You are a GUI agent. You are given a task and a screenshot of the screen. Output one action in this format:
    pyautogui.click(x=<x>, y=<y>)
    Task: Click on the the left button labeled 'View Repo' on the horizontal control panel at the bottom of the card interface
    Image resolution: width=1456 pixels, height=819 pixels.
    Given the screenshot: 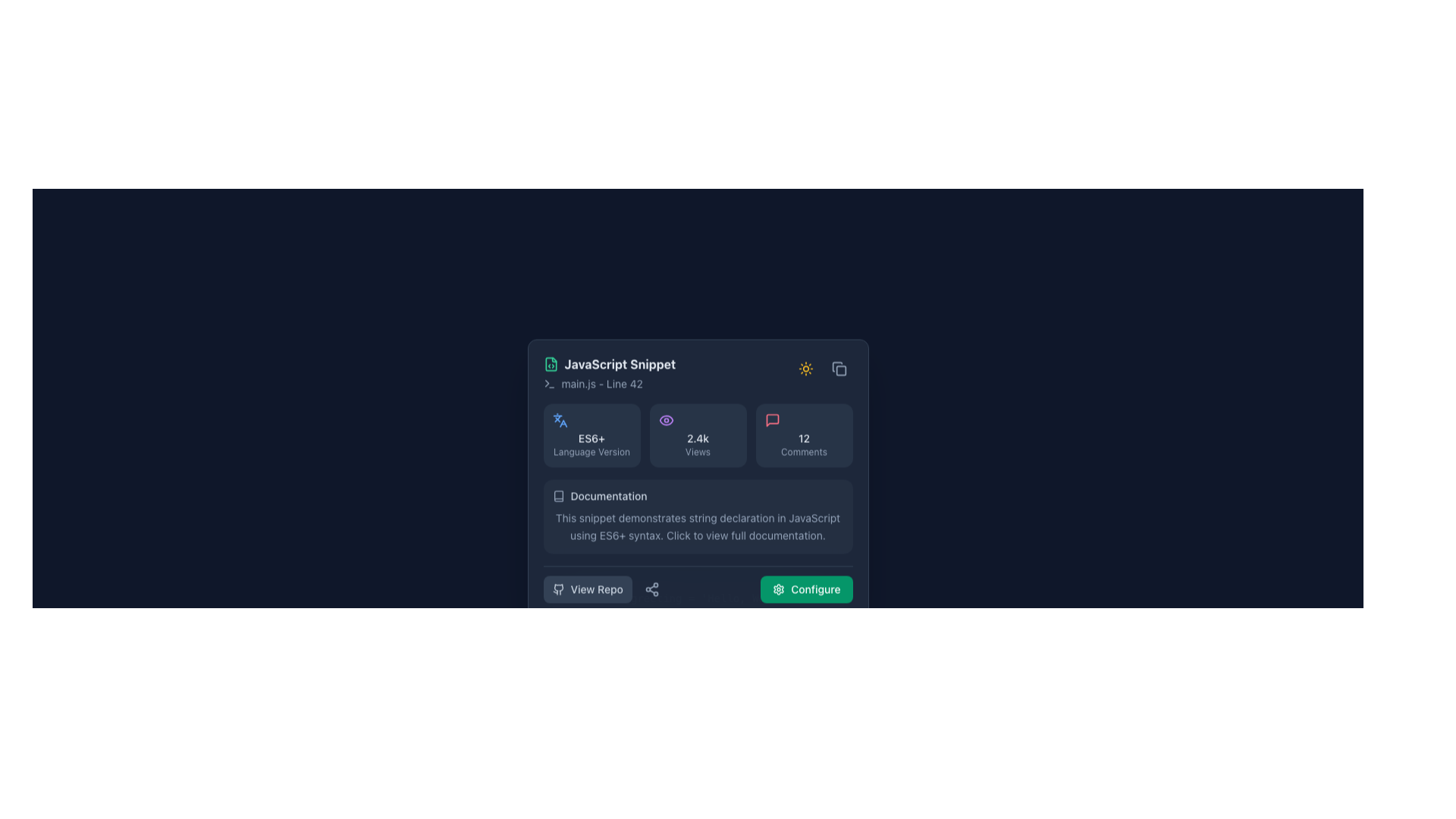 What is the action you would take?
    pyautogui.click(x=697, y=583)
    